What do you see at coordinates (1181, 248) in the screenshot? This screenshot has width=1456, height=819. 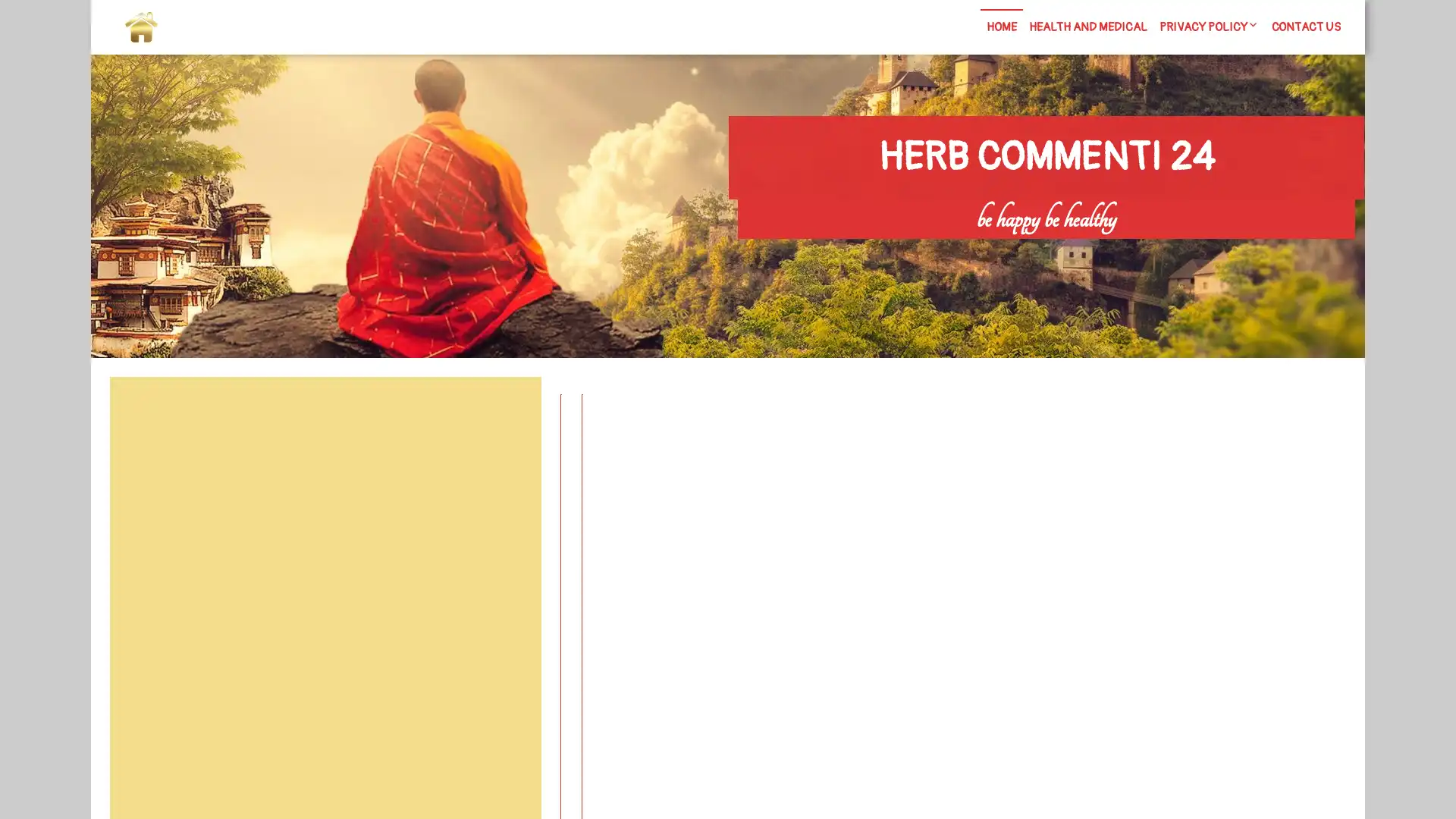 I see `Search` at bounding box center [1181, 248].